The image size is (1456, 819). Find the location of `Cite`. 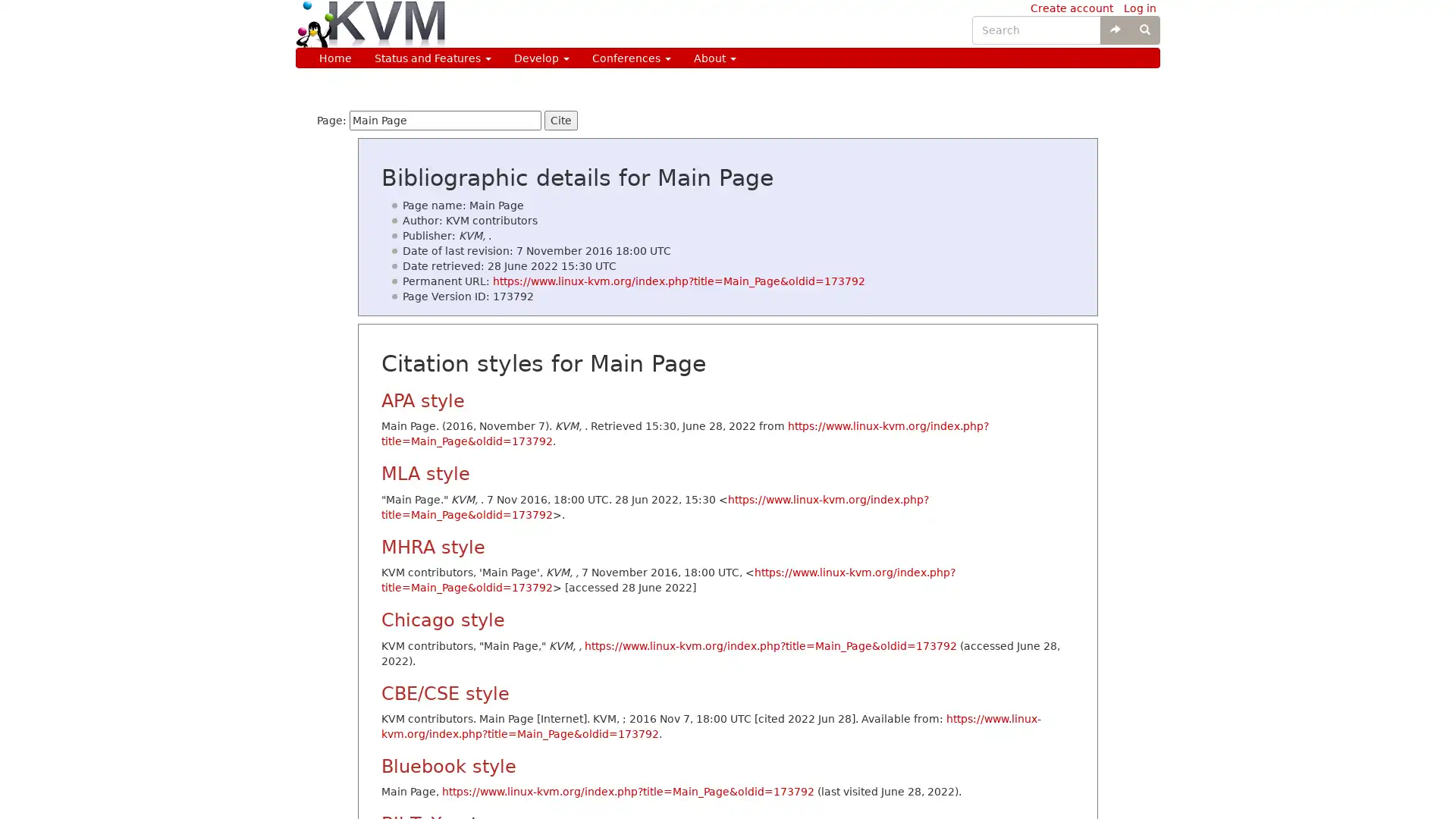

Cite is located at coordinates (560, 119).